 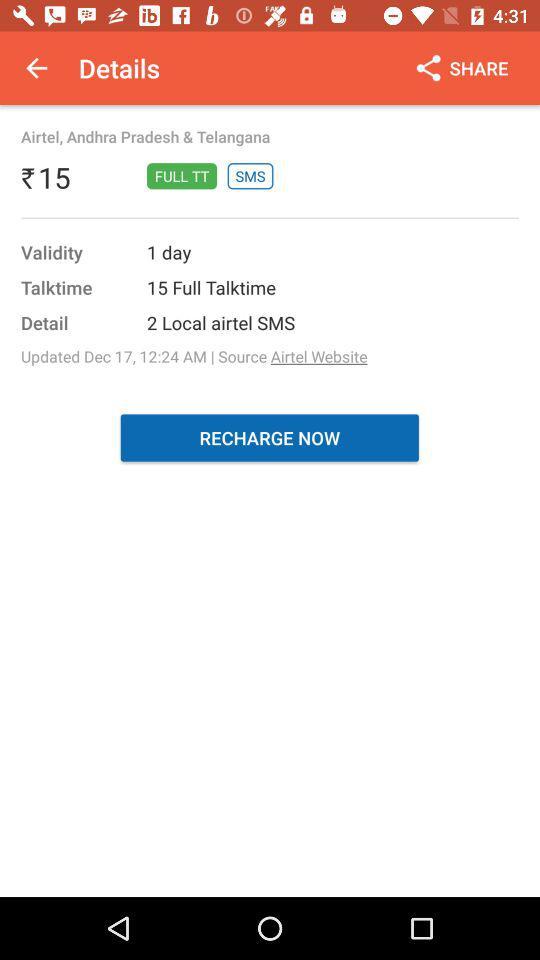 I want to click on the icon at the top right corner, so click(x=460, y=68).